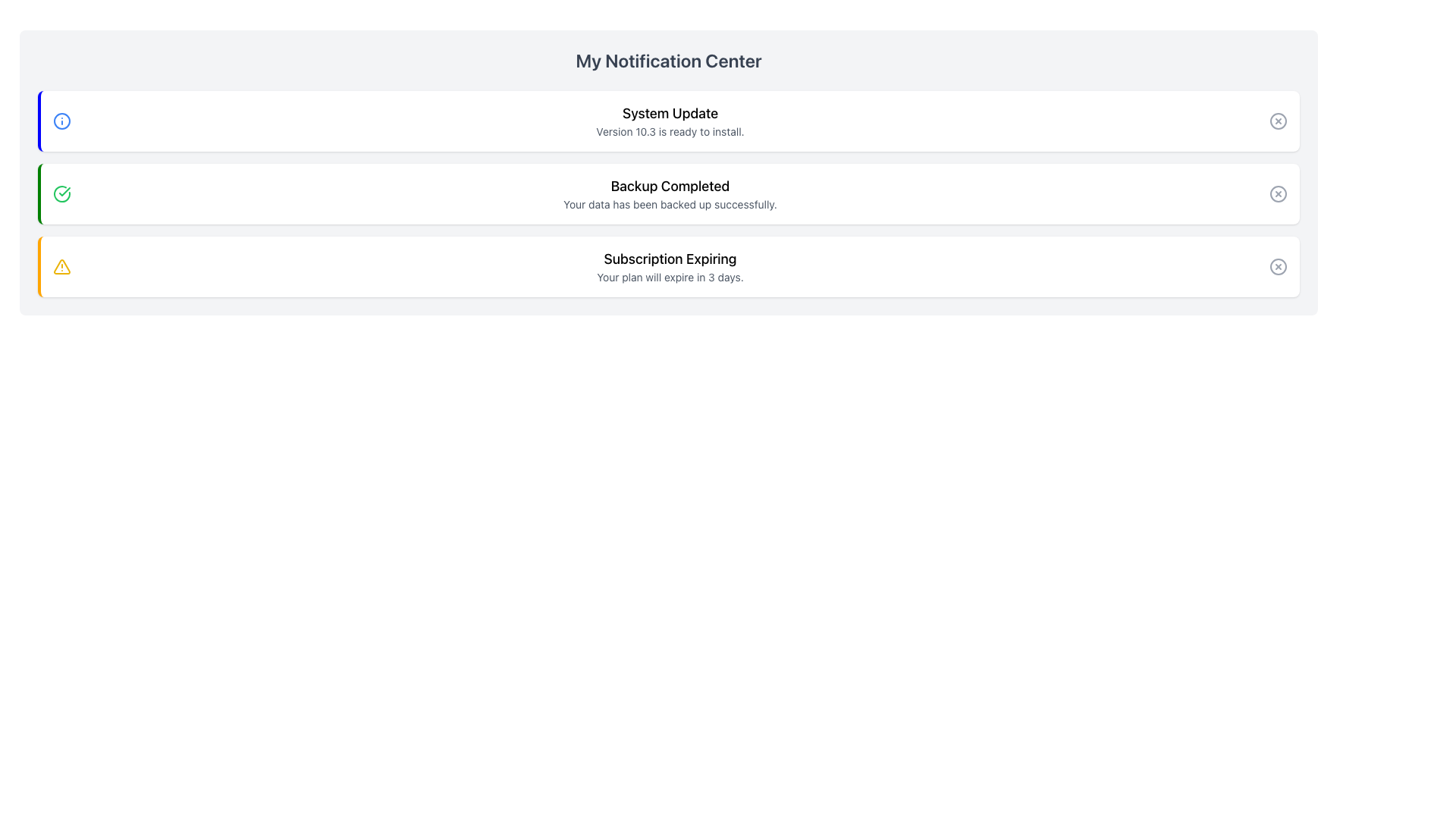  I want to click on the circular SVG graphic that is part of the info icon located at the topmost 'System Update' notification, so click(61, 120).